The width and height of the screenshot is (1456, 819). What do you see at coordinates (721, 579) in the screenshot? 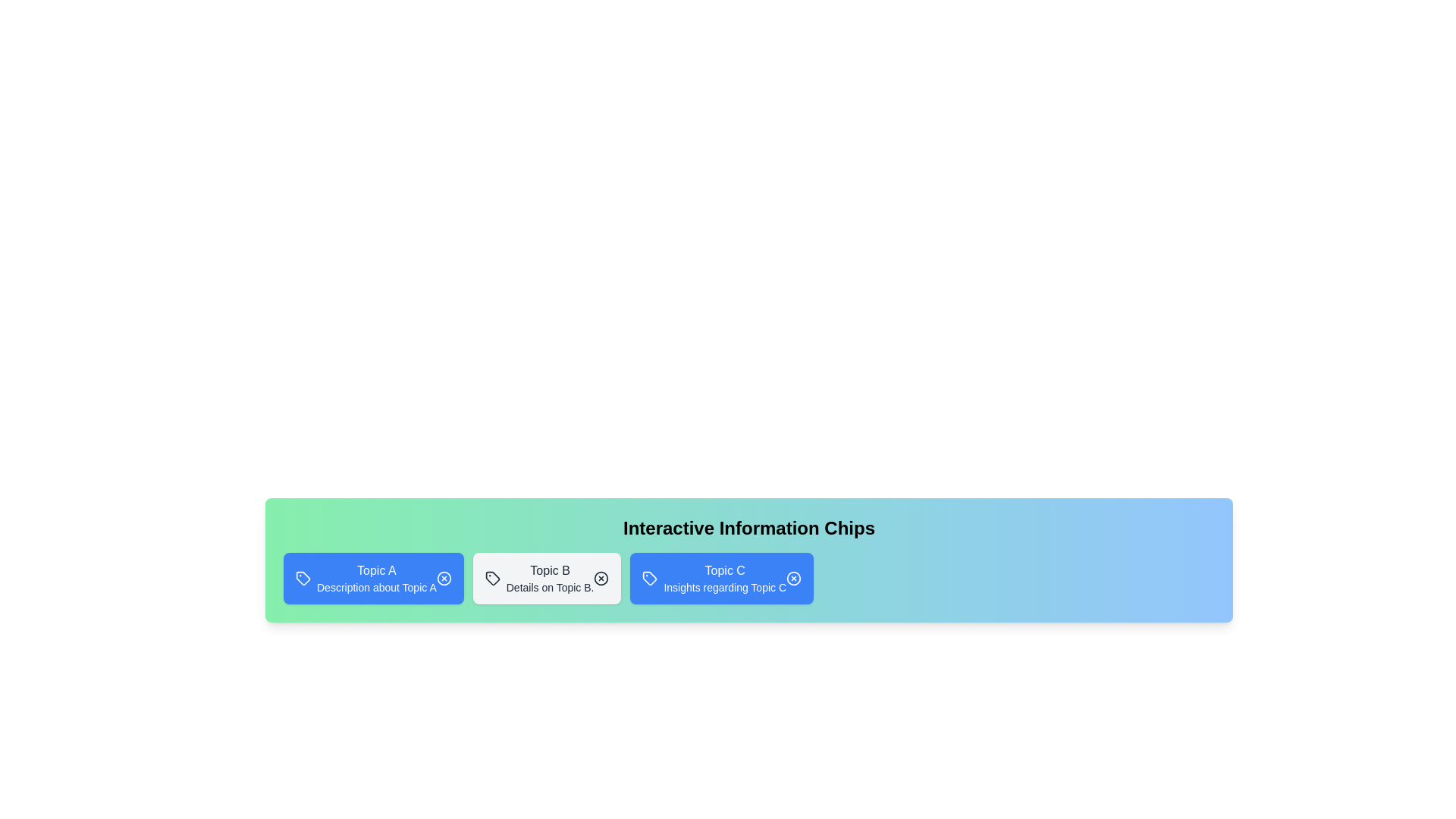
I see `the chip labeled Topic C to observe its hover effect` at bounding box center [721, 579].